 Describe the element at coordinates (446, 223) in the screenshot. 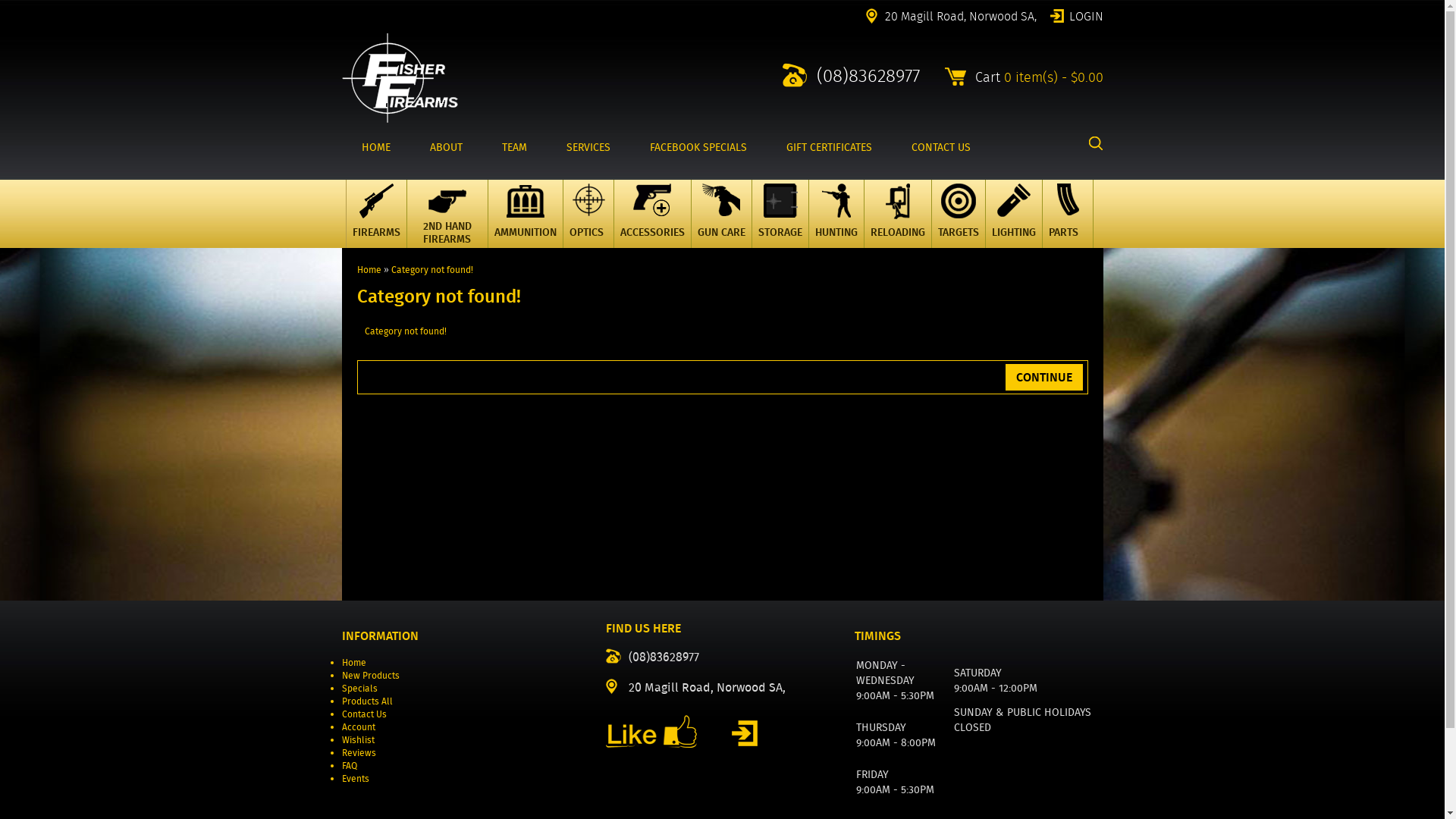

I see `'2nd Hand Firearms'` at that location.